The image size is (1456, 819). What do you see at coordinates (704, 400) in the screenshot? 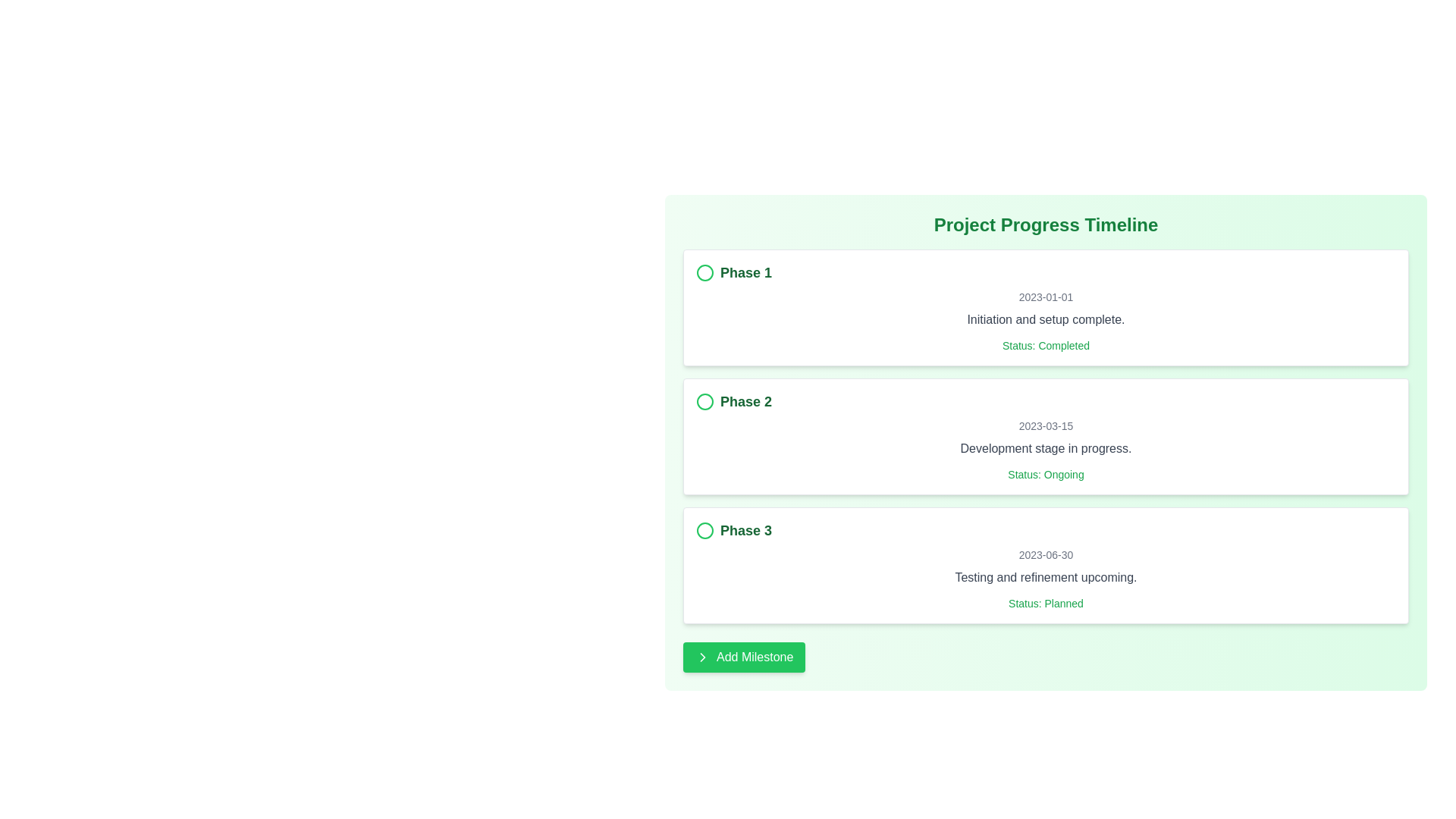
I see `the graphical indicator represented as a green-stroked, white-filled circle beside the 'Phase 2' label in the Project Progress Timeline` at bounding box center [704, 400].